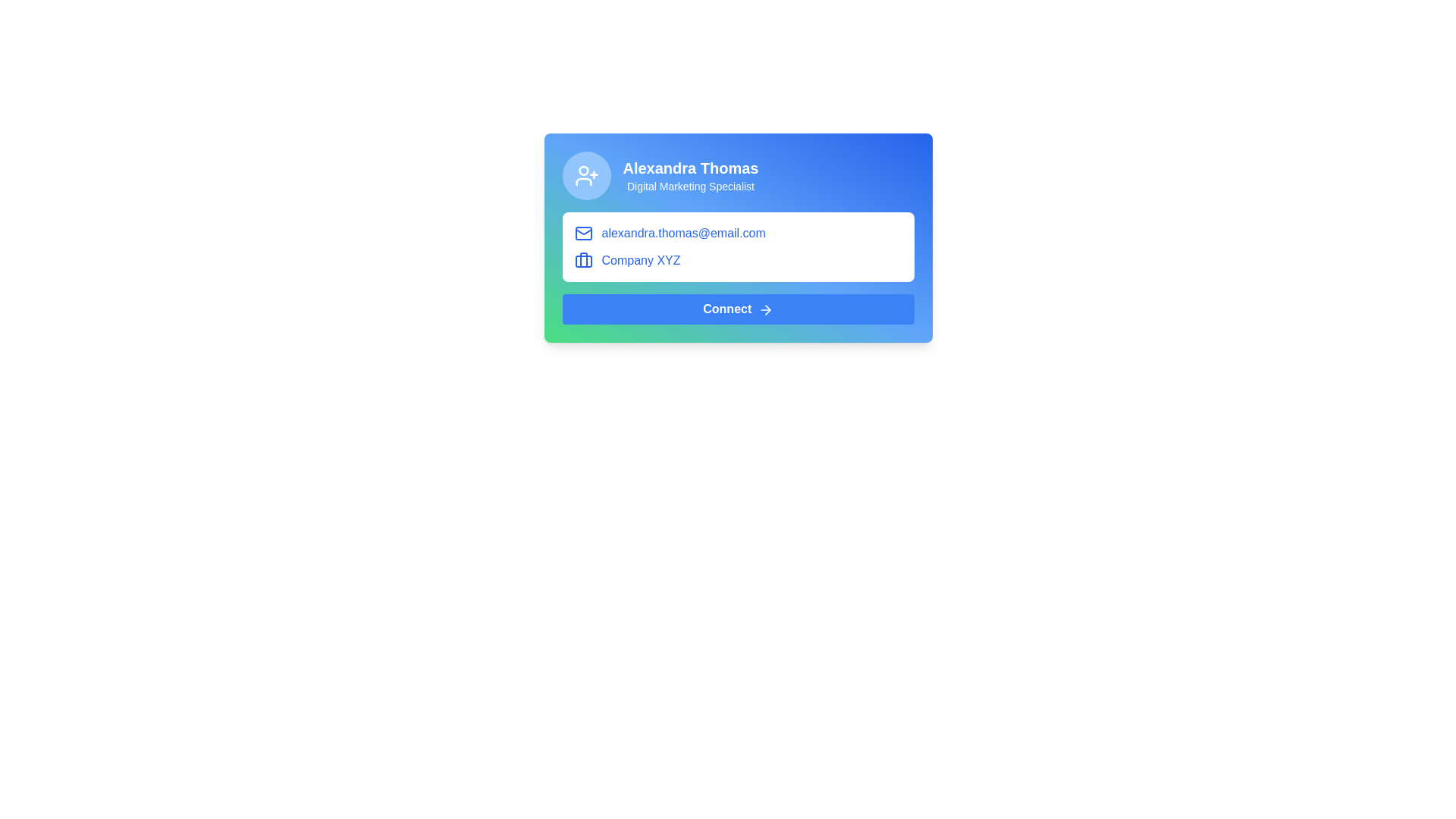 This screenshot has width=1456, height=819. Describe the element at coordinates (641, 259) in the screenshot. I see `the Text Label displaying the company name located in the second row of the card under the user's email, next to the briefcase icon` at that location.